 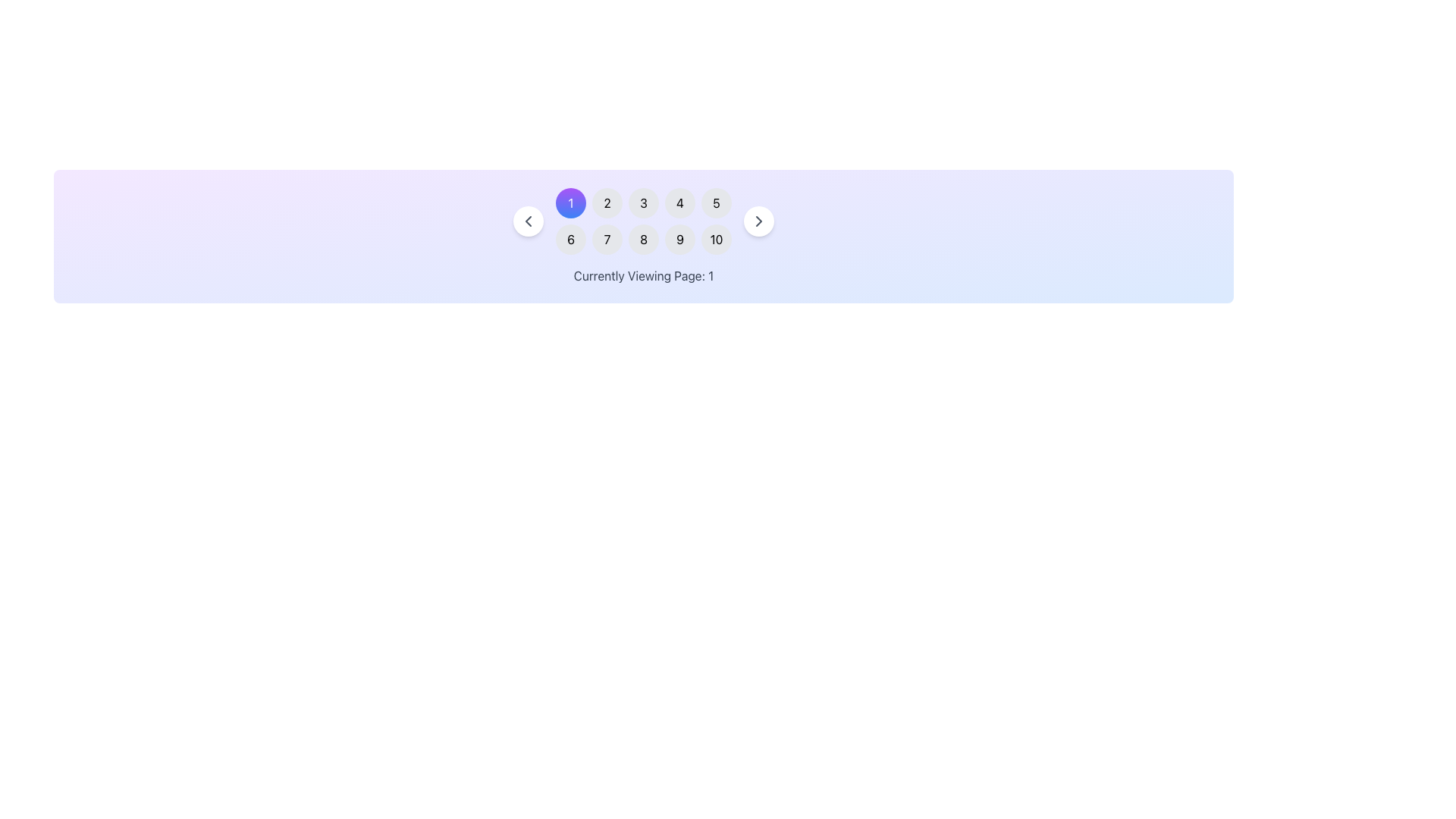 I want to click on the rightward-pointing chevron icon within the circular button located in the pagination control section, so click(x=759, y=221).